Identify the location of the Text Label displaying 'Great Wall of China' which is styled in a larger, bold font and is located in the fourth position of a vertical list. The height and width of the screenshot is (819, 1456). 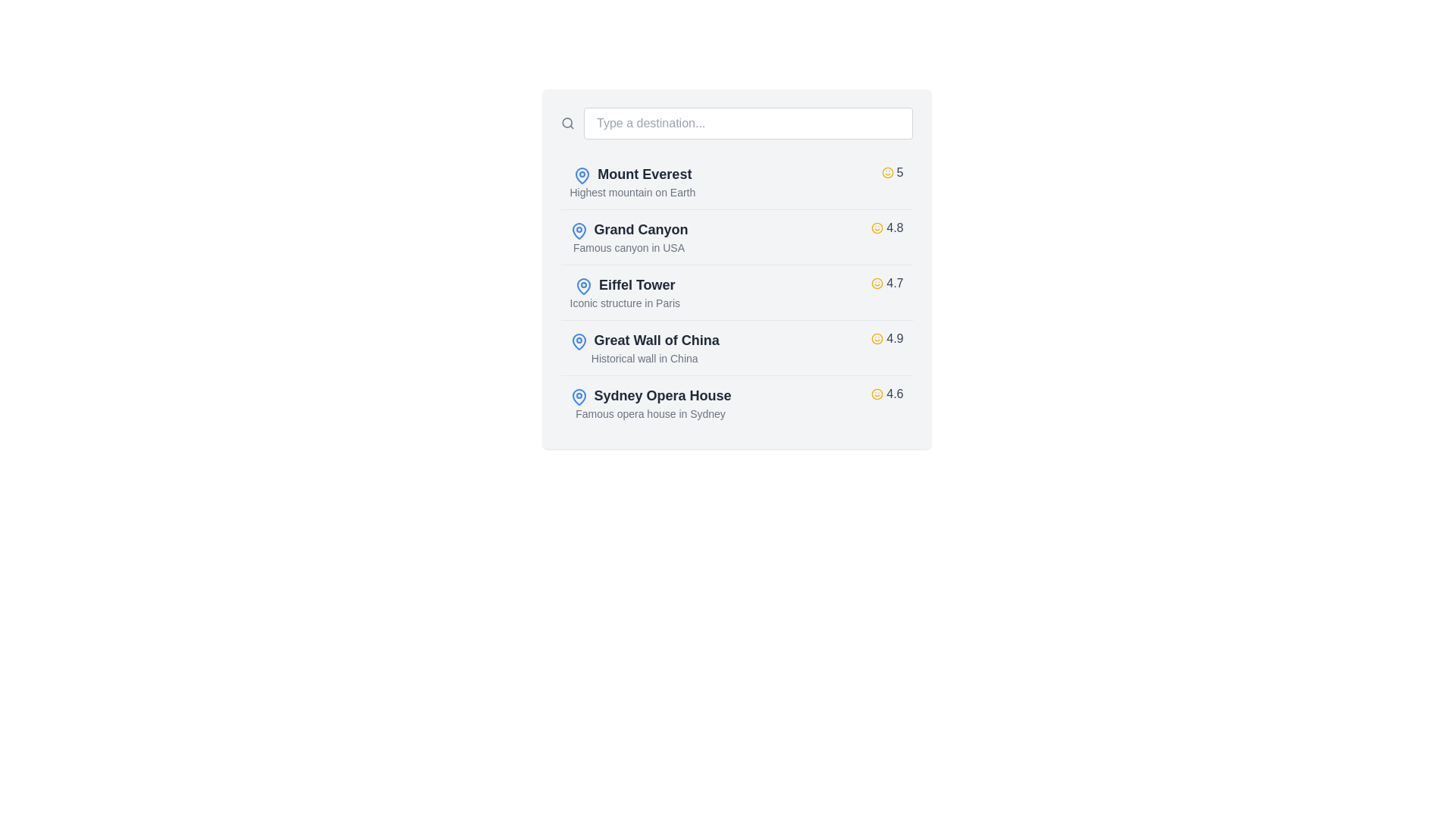
(657, 339).